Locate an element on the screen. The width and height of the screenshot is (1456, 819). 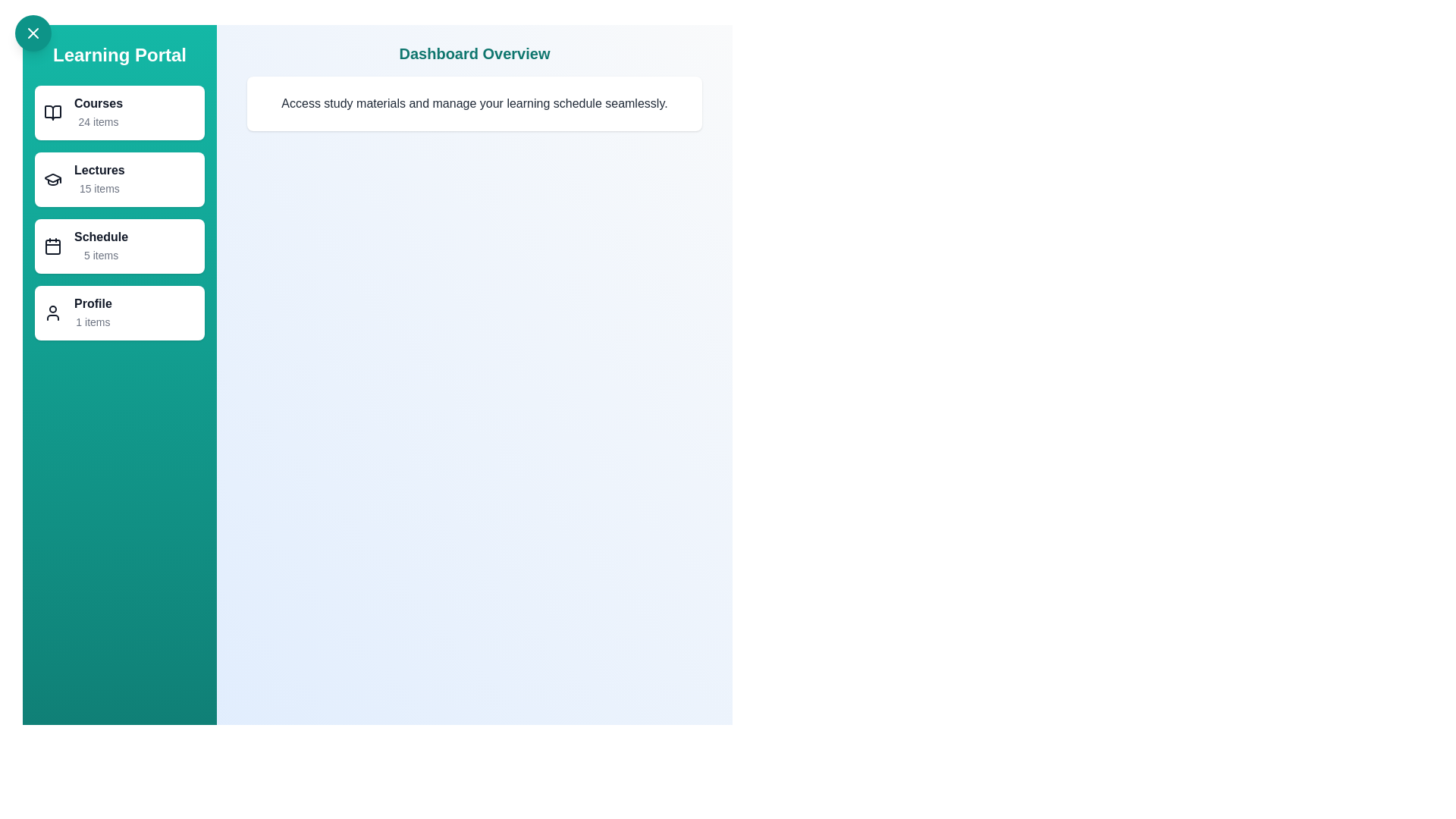
the Lectures category to navigate to its details is located at coordinates (119, 178).